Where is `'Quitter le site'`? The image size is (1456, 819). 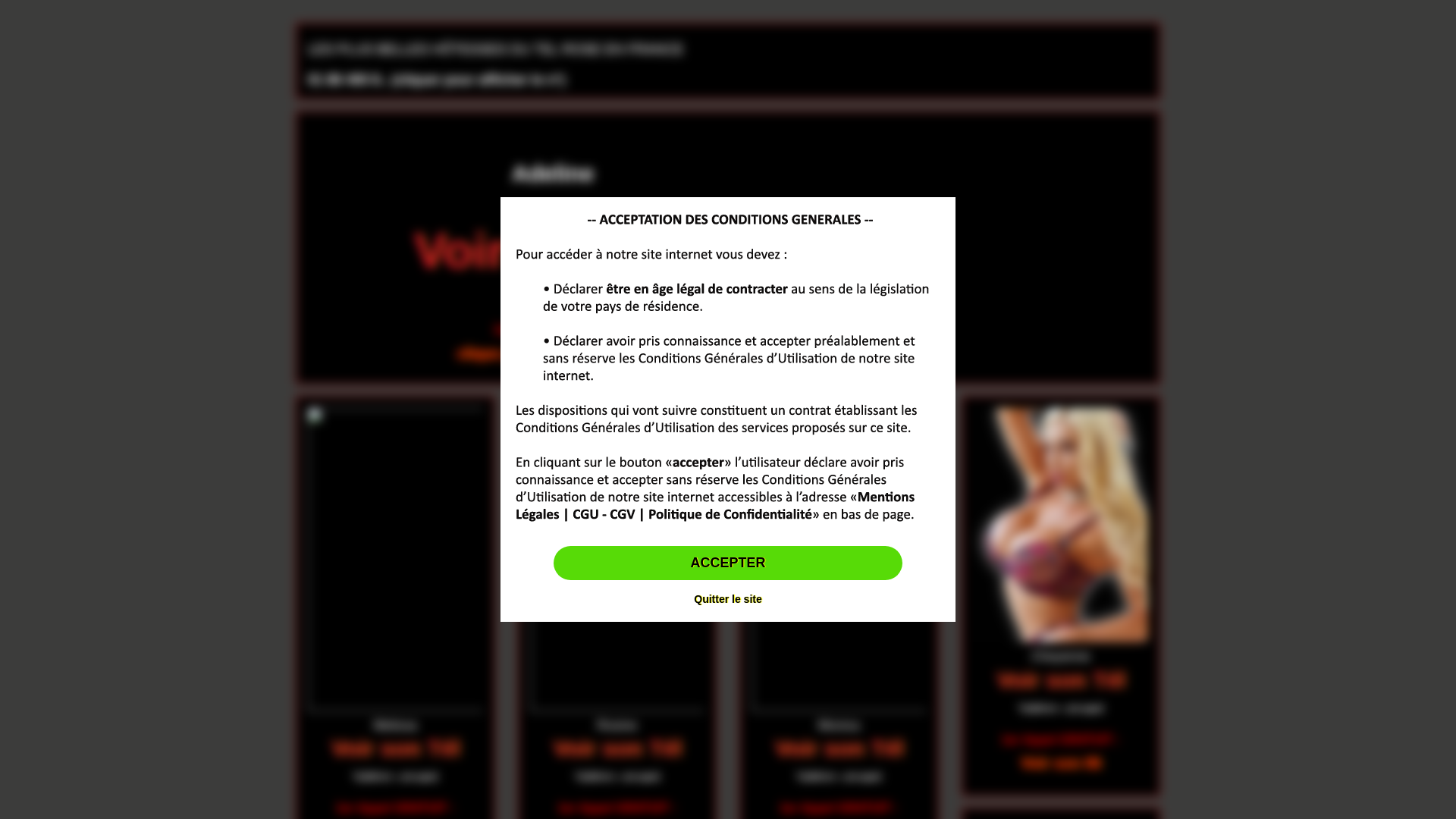 'Quitter le site' is located at coordinates (726, 598).